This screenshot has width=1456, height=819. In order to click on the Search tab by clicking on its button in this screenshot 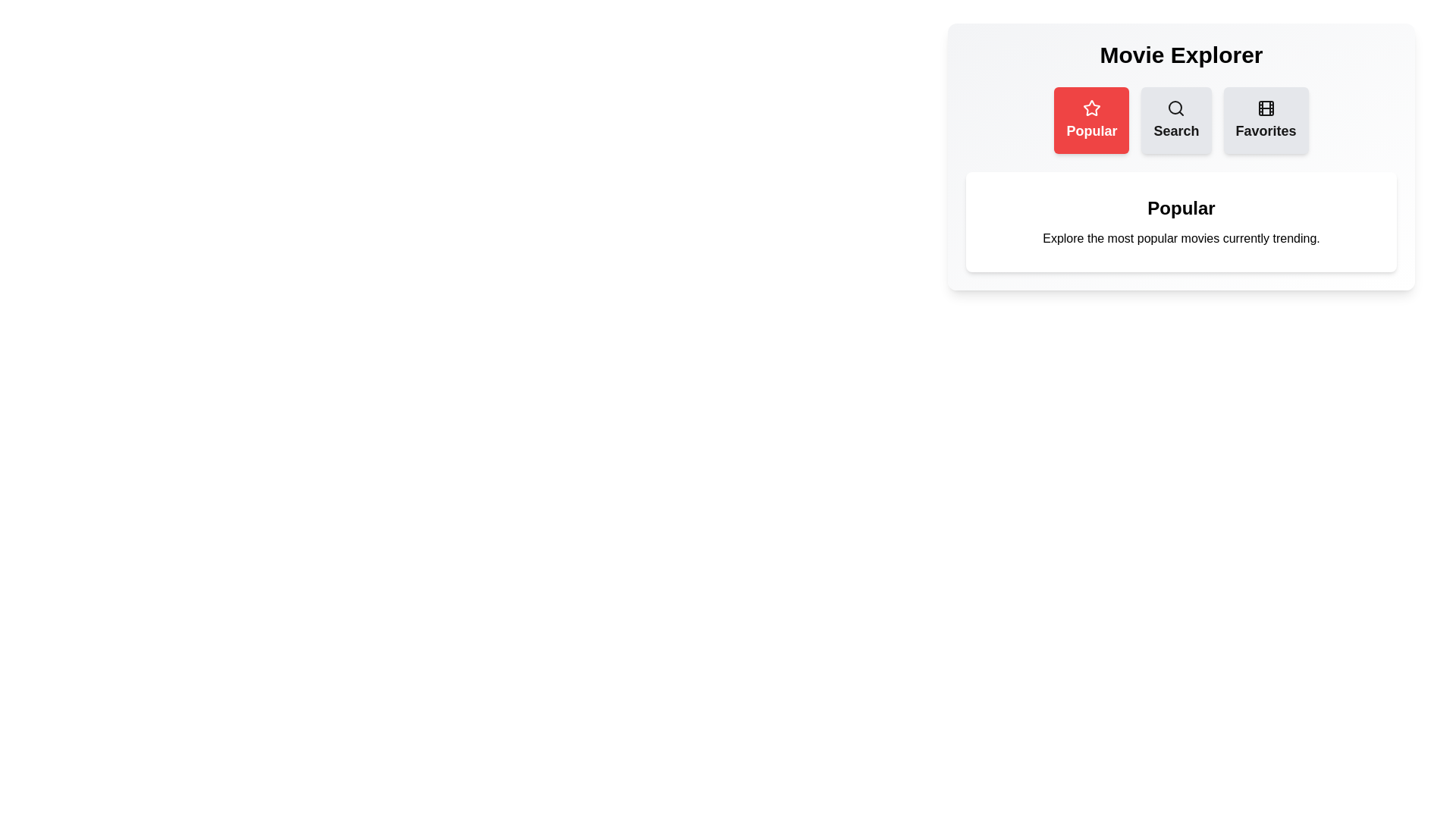, I will do `click(1175, 119)`.